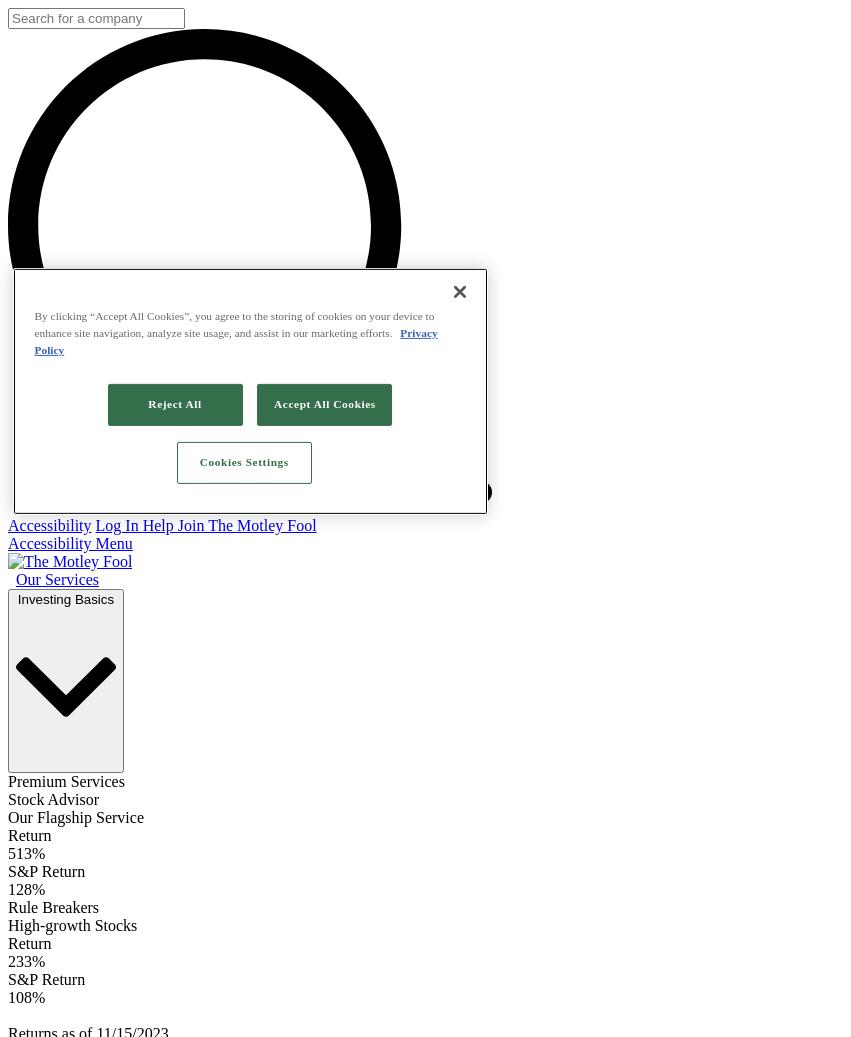 The height and width of the screenshot is (1037, 851). What do you see at coordinates (57, 579) in the screenshot?
I see `'Our Services'` at bounding box center [57, 579].